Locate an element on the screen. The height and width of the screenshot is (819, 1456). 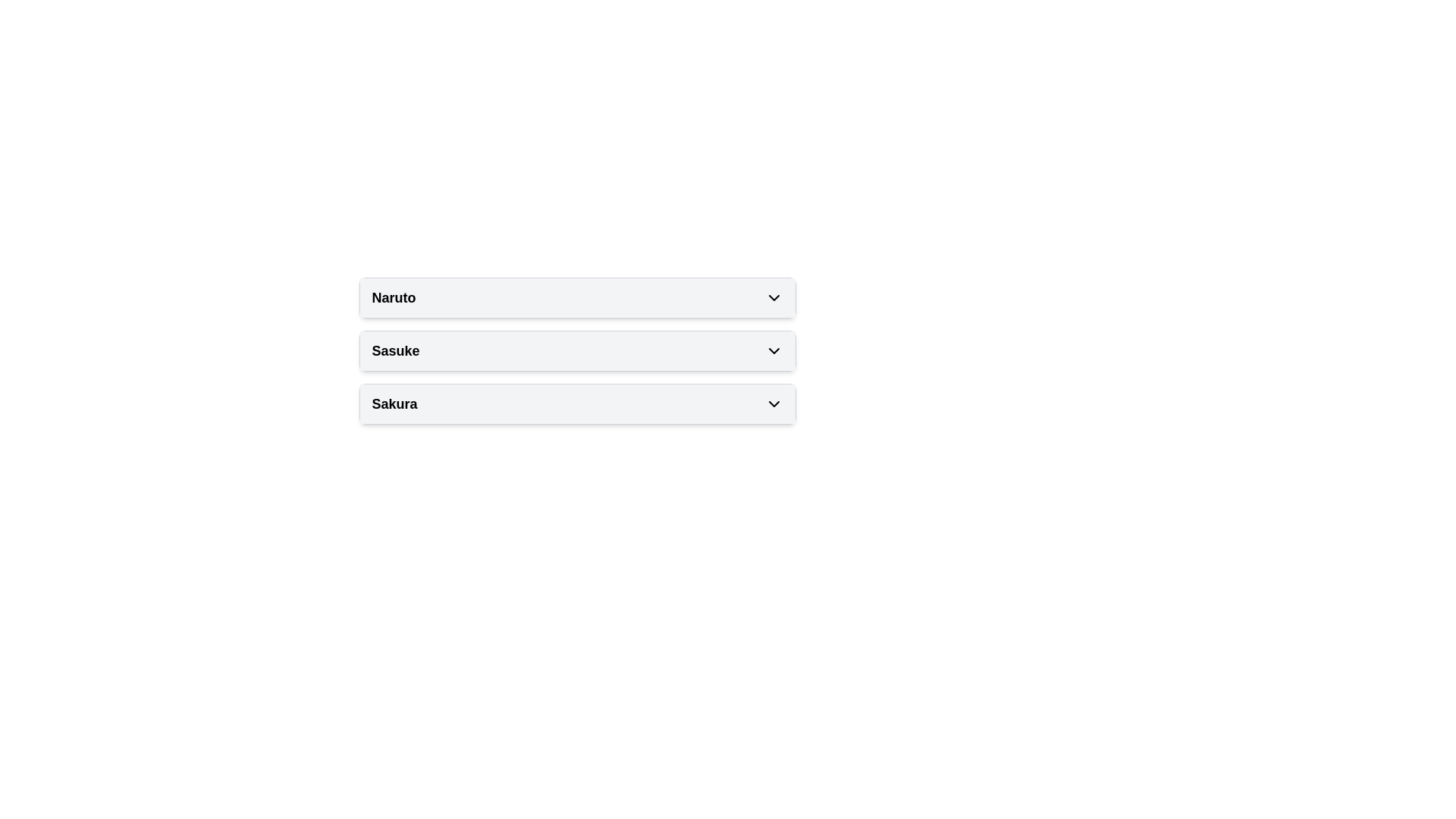
the 'Sasuke' dropdown button is located at coordinates (576, 350).